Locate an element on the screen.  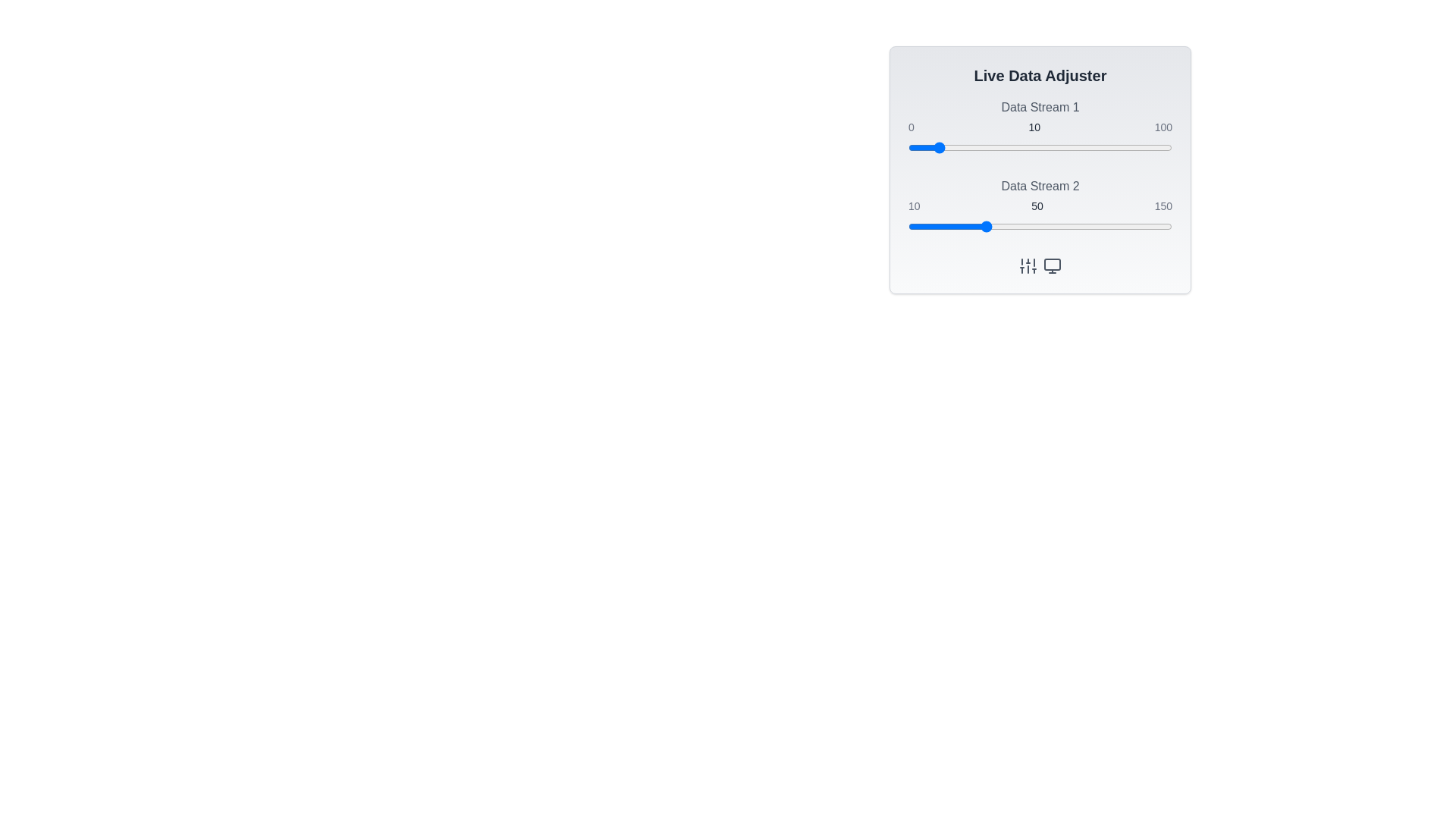
the slider value is located at coordinates (985, 227).